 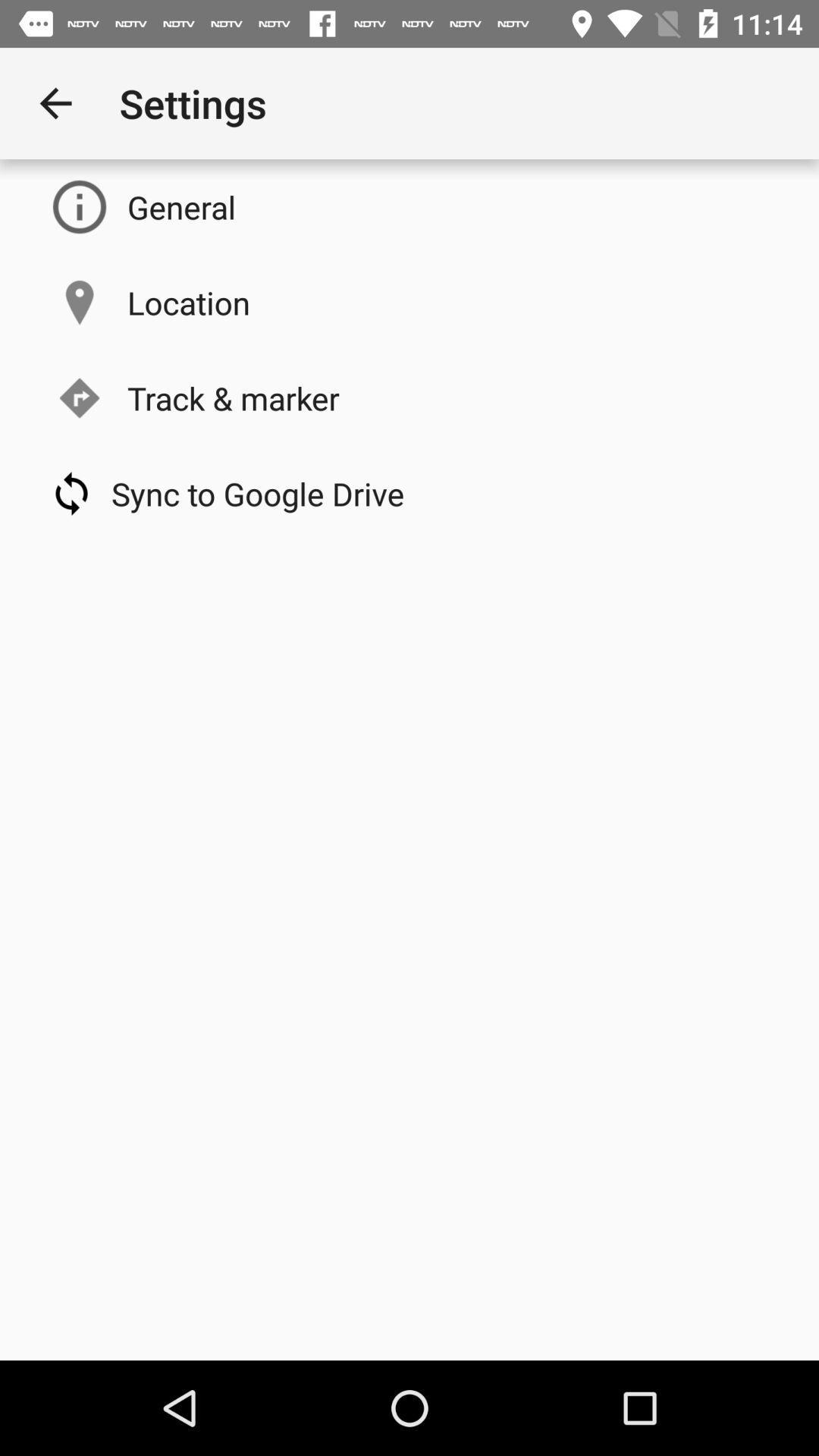 What do you see at coordinates (188, 302) in the screenshot?
I see `icon below the general icon` at bounding box center [188, 302].